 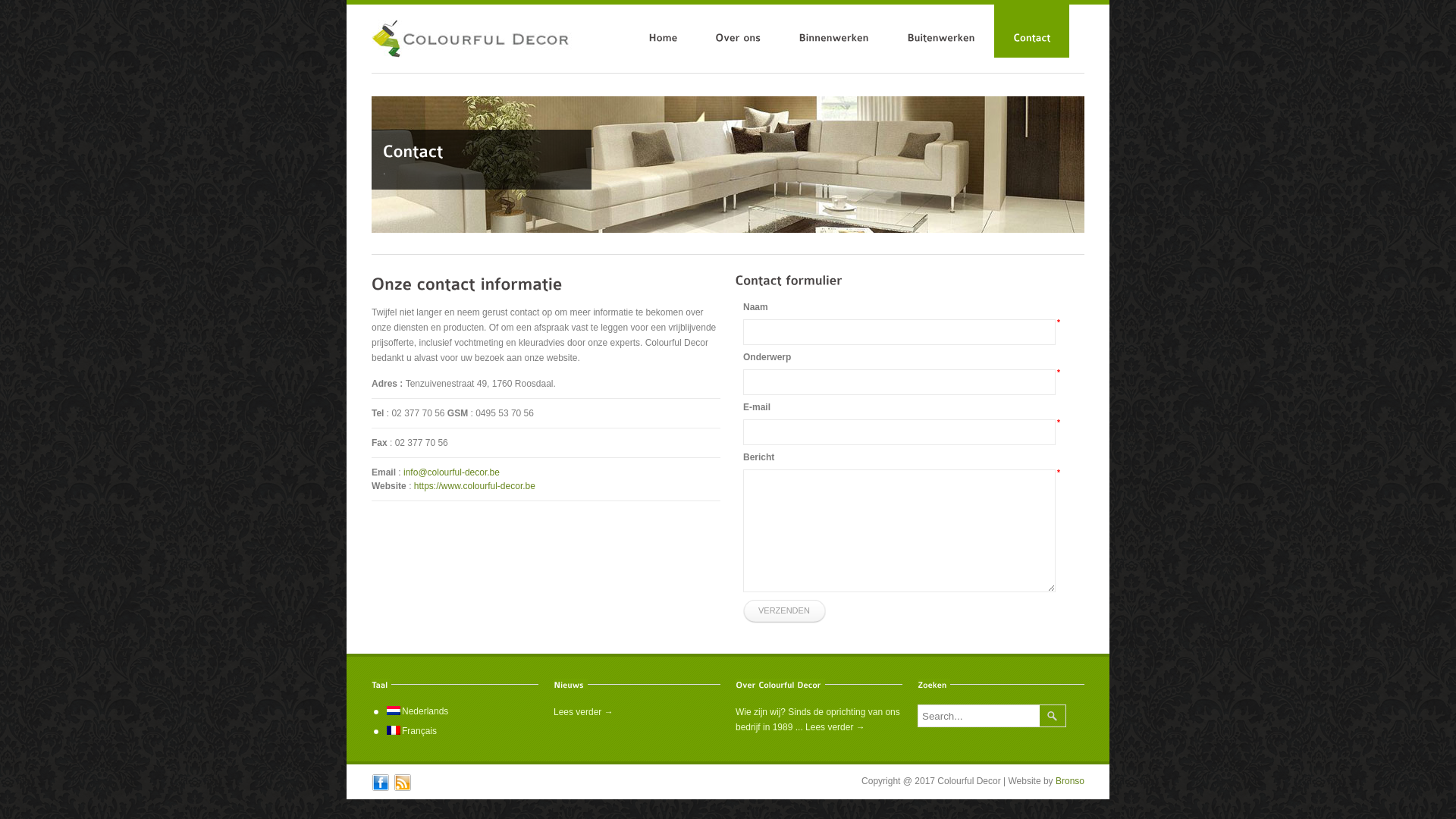 What do you see at coordinates (450, 472) in the screenshot?
I see `'info@colourful-decor.be'` at bounding box center [450, 472].